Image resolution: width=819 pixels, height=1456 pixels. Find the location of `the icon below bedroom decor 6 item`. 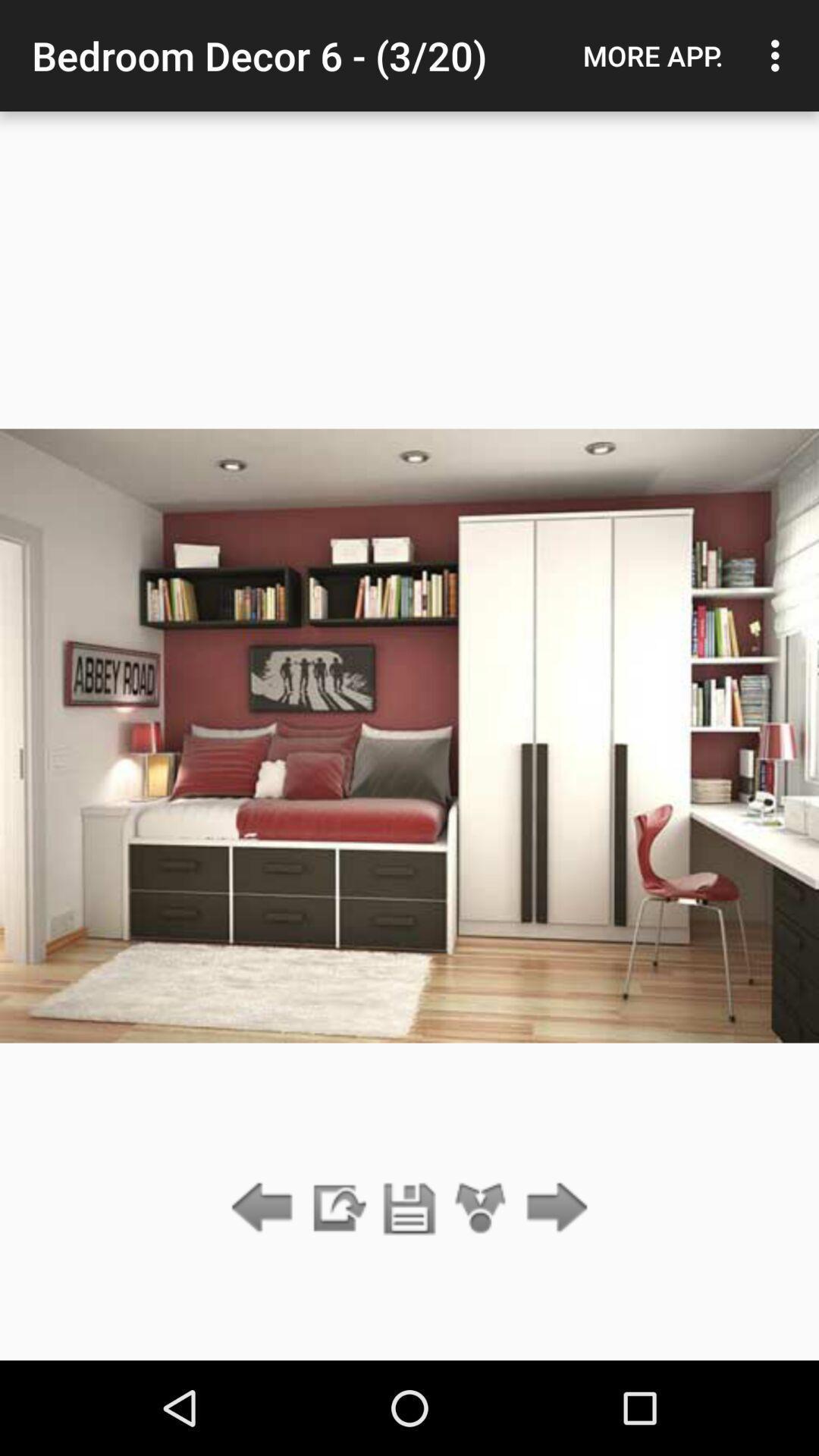

the icon below bedroom decor 6 item is located at coordinates (481, 1208).